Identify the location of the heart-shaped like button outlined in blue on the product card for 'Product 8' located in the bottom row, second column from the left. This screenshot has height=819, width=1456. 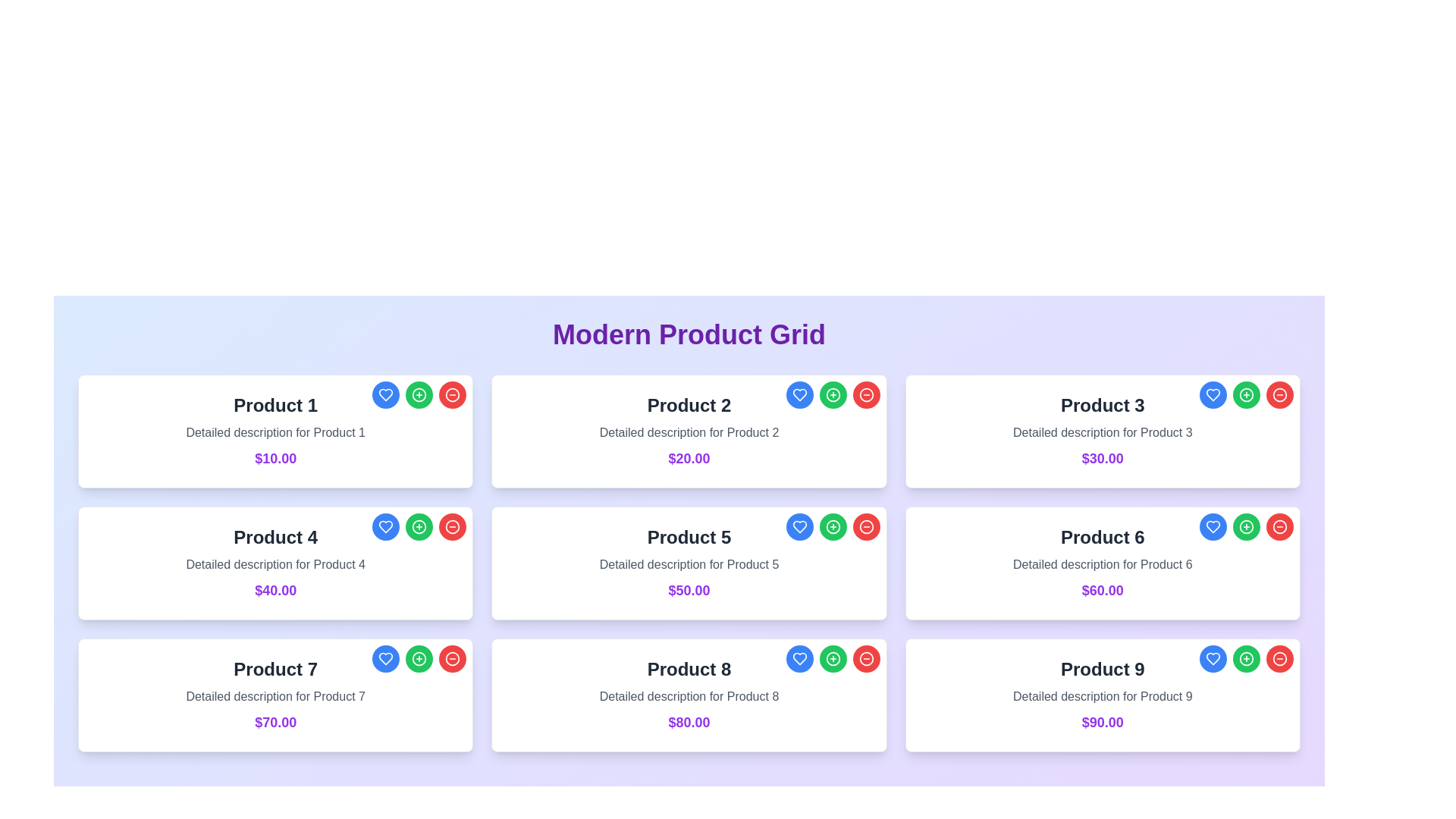
(799, 657).